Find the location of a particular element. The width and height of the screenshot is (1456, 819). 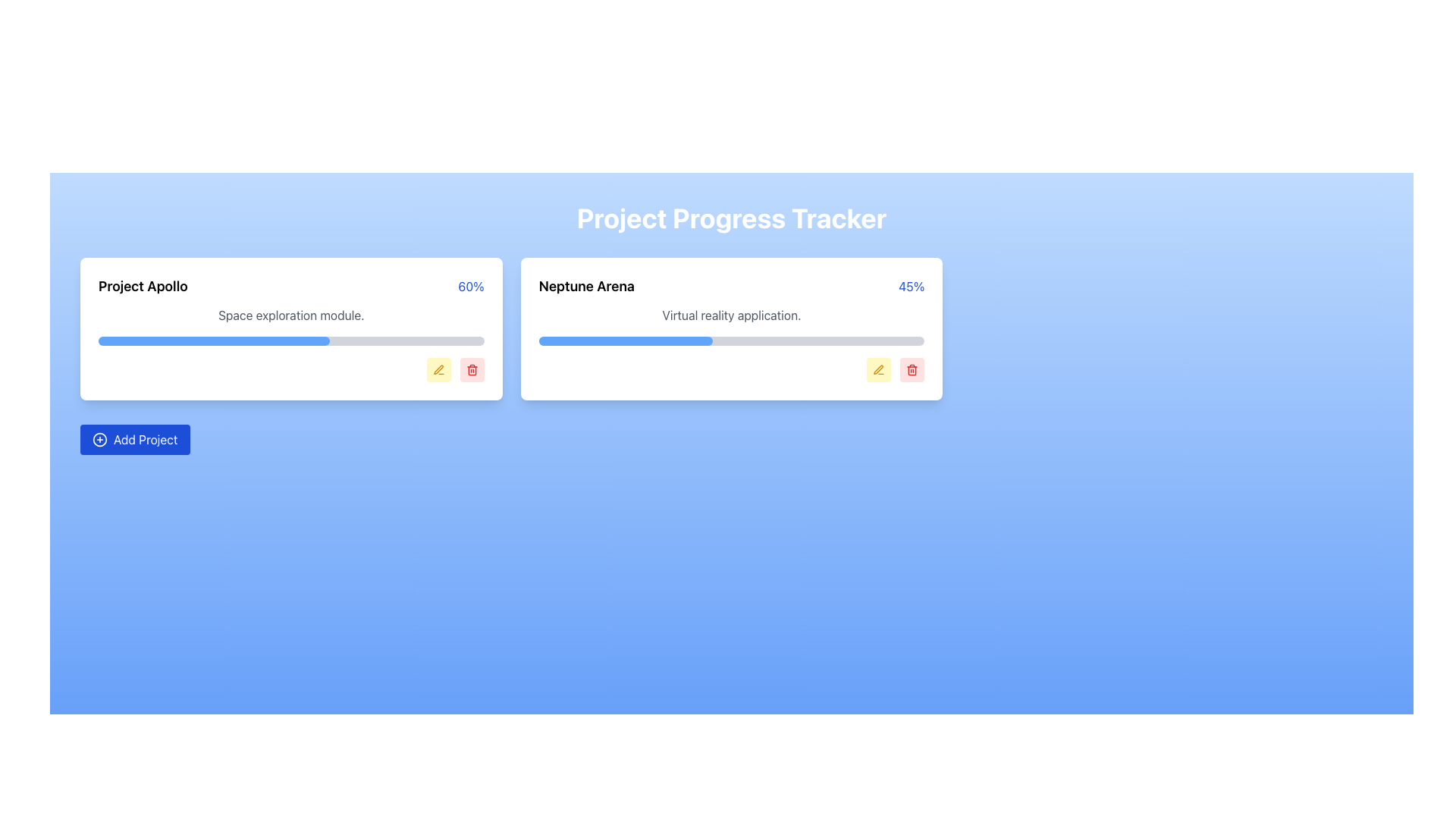

the header text displaying 'Project Progress Tracker', which is prominently bolded in white against a gradient blue background, located at the top section of the interface is located at coordinates (731, 218).